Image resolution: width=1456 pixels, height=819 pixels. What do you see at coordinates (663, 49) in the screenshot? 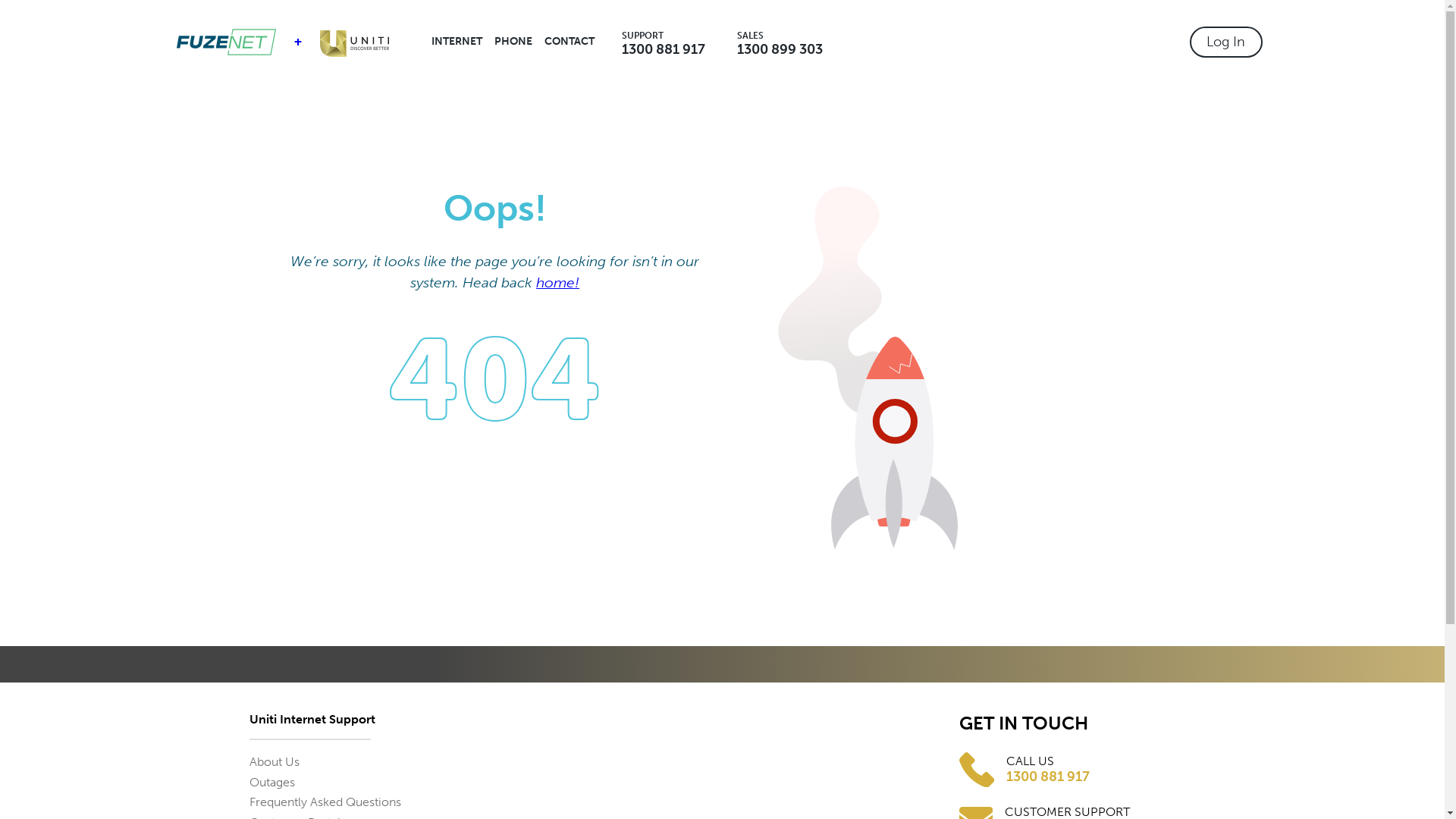
I see `'1300 881 917'` at bounding box center [663, 49].